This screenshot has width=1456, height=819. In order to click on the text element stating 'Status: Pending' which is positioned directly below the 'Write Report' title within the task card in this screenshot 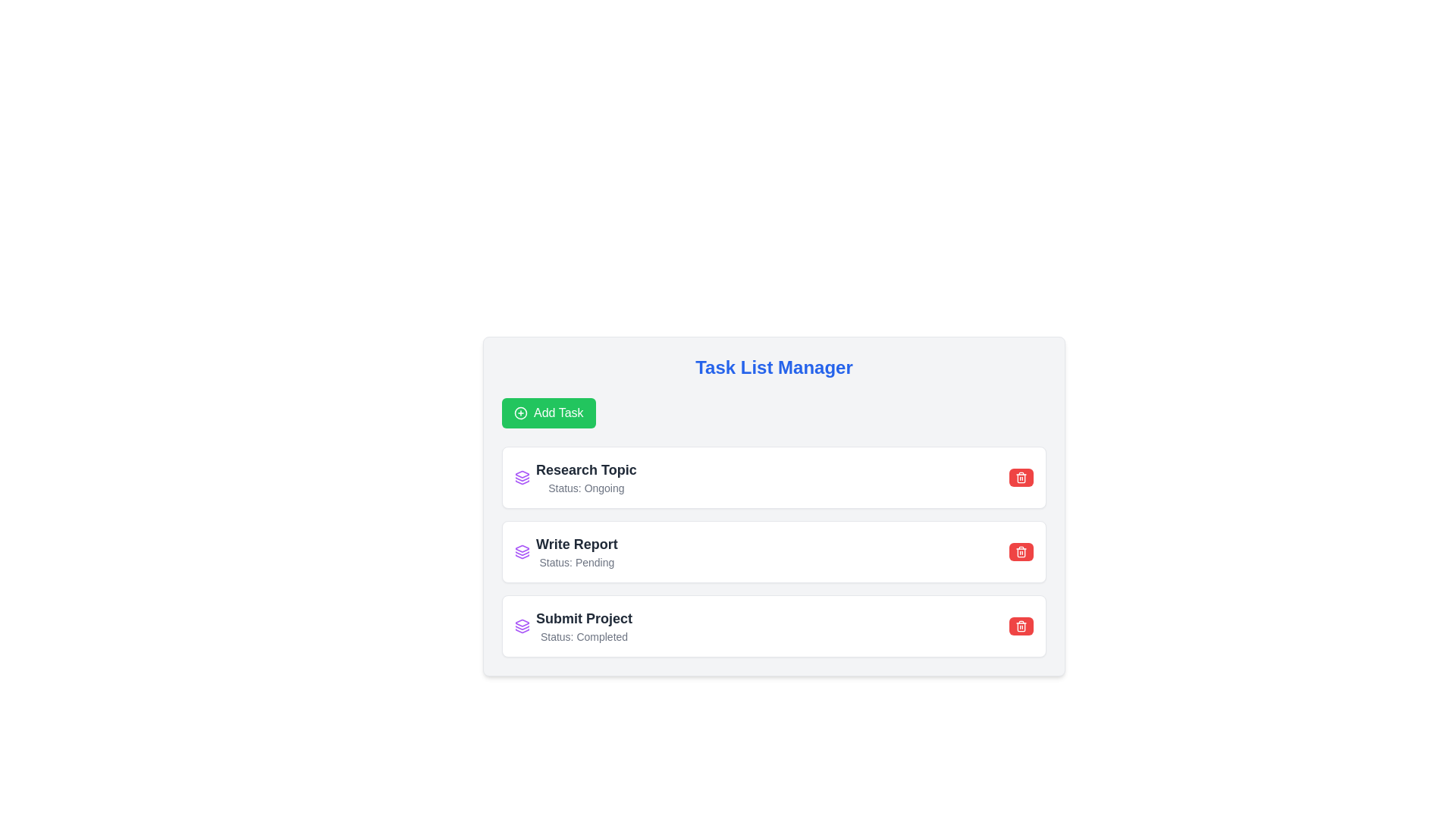, I will do `click(576, 562)`.